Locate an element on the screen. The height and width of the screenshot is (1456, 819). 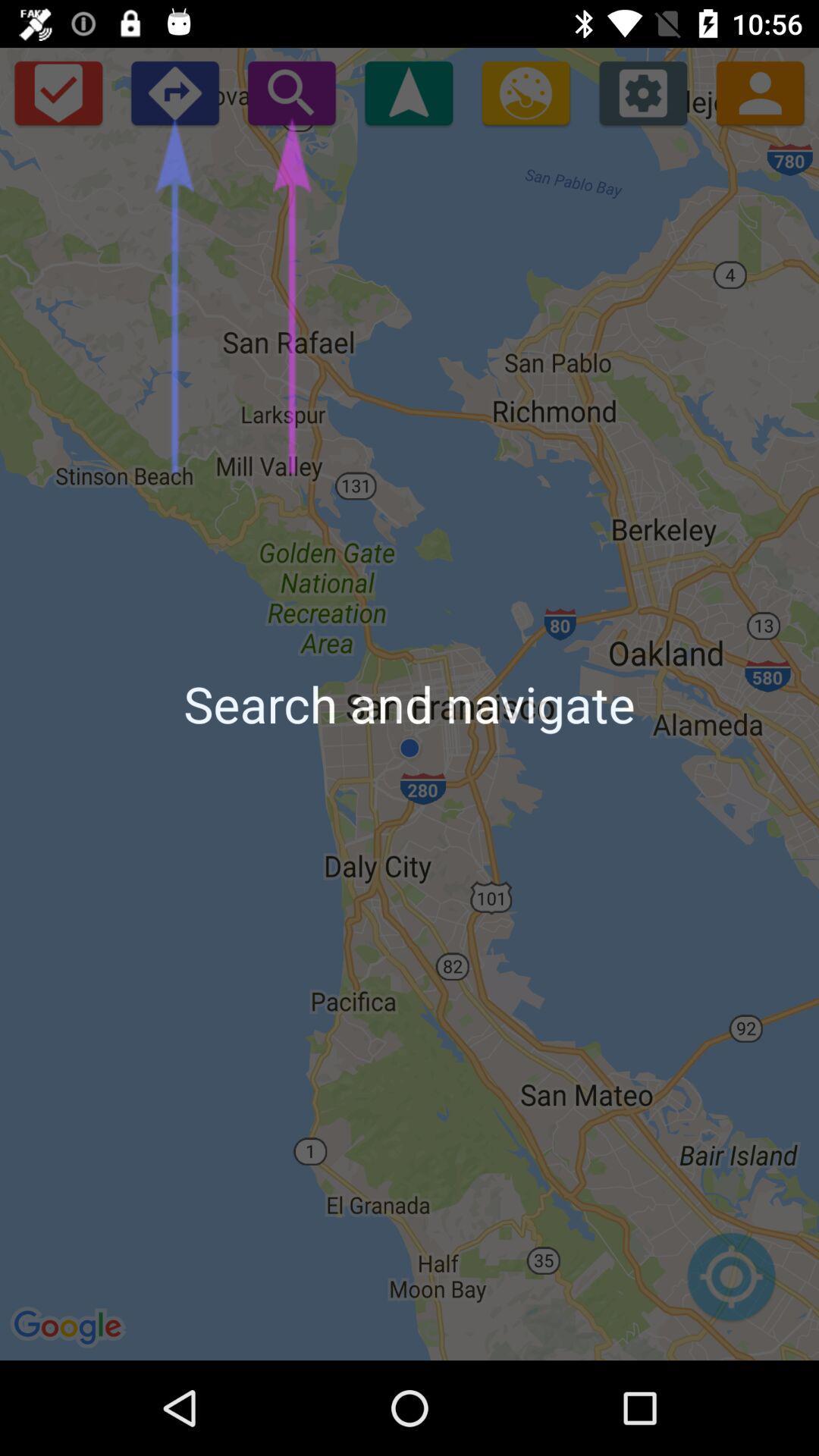
show location is located at coordinates (408, 92).